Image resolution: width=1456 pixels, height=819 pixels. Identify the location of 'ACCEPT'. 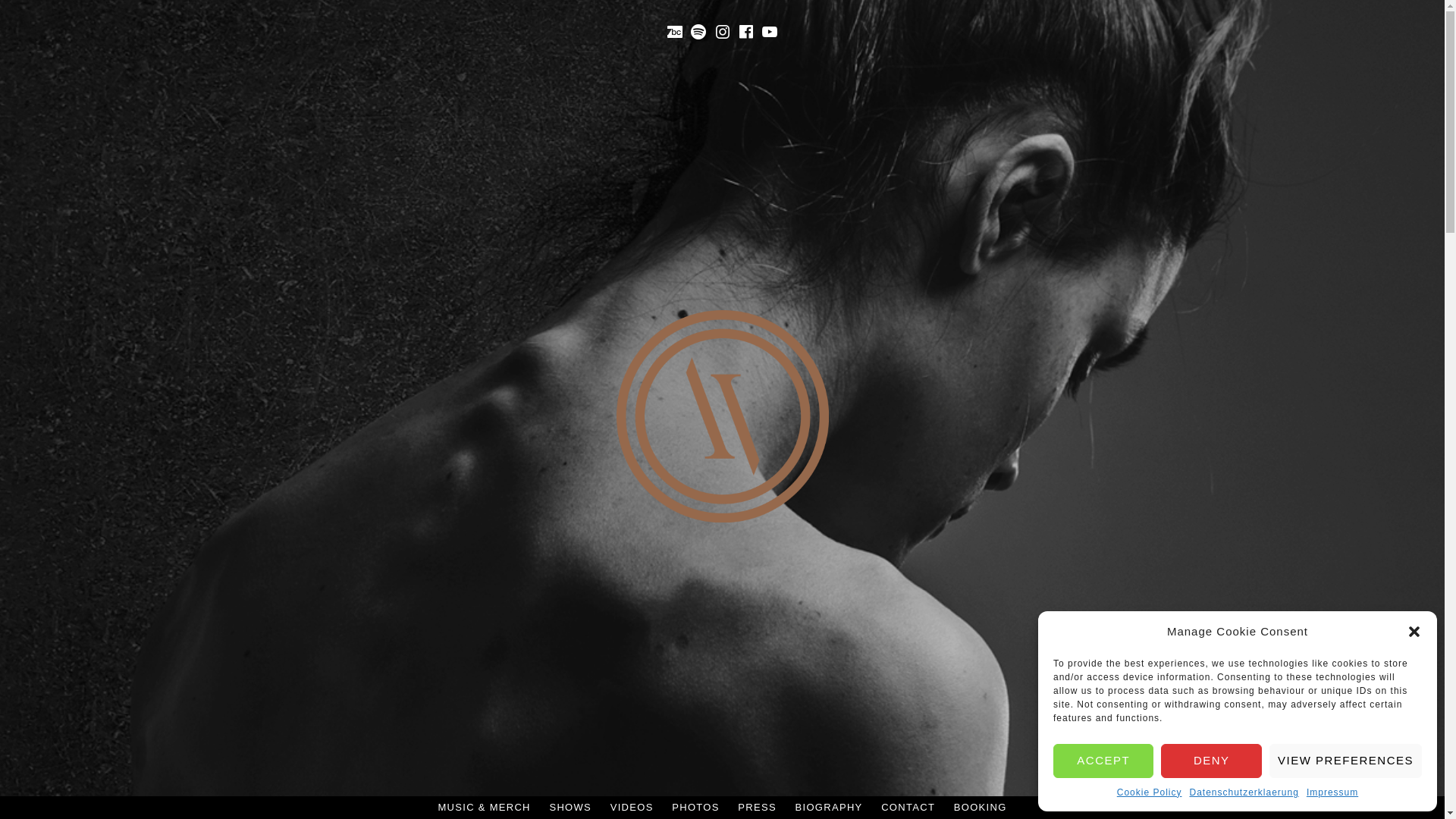
(1103, 760).